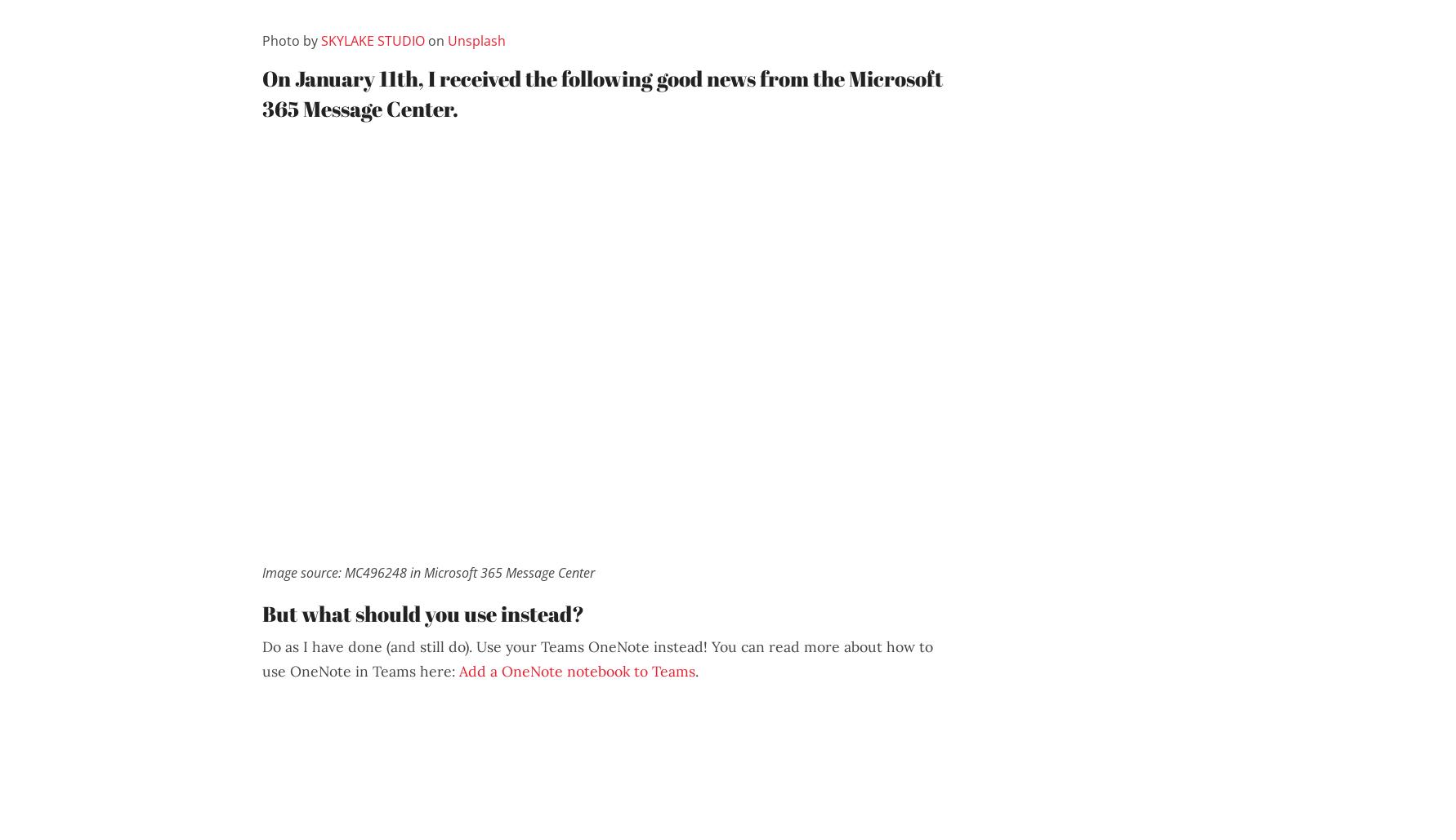 The height and width of the screenshot is (840, 1456). Describe the element at coordinates (476, 40) in the screenshot. I see `'Unsplash'` at that location.